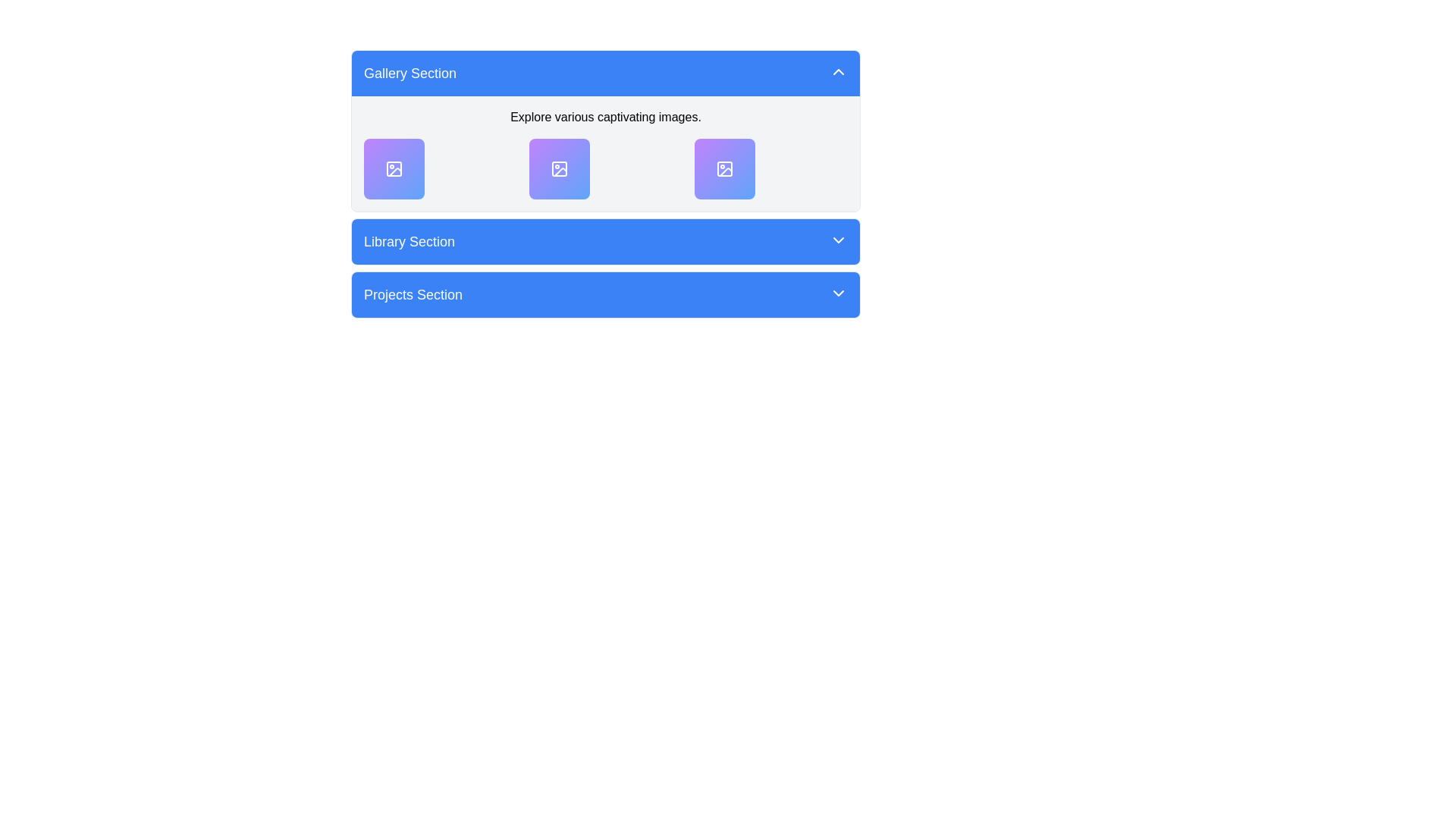  Describe the element at coordinates (559, 169) in the screenshot. I see `the middle icon` at that location.